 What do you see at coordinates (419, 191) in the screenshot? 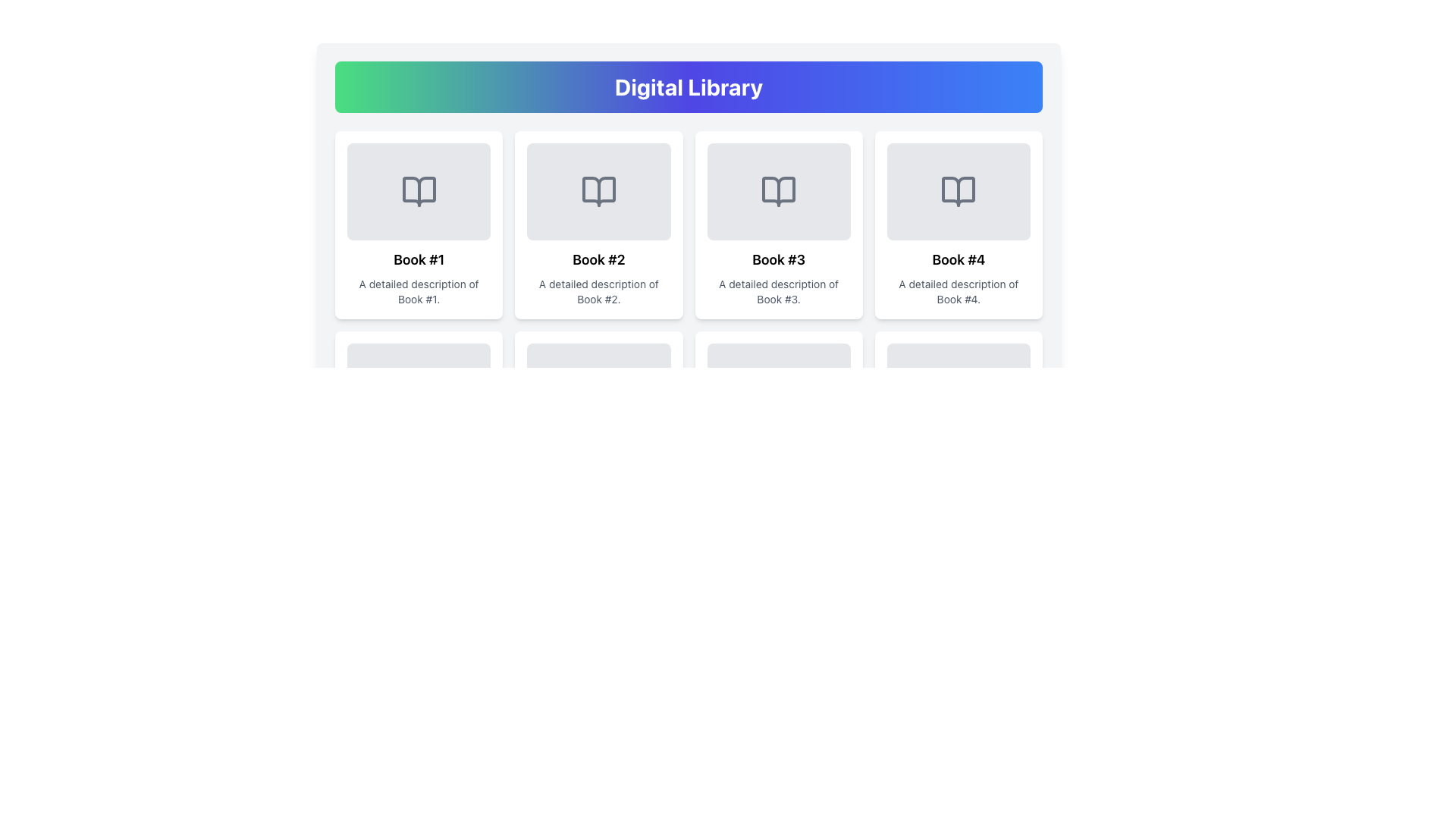
I see `the vector graphic icon representing an open book` at bounding box center [419, 191].